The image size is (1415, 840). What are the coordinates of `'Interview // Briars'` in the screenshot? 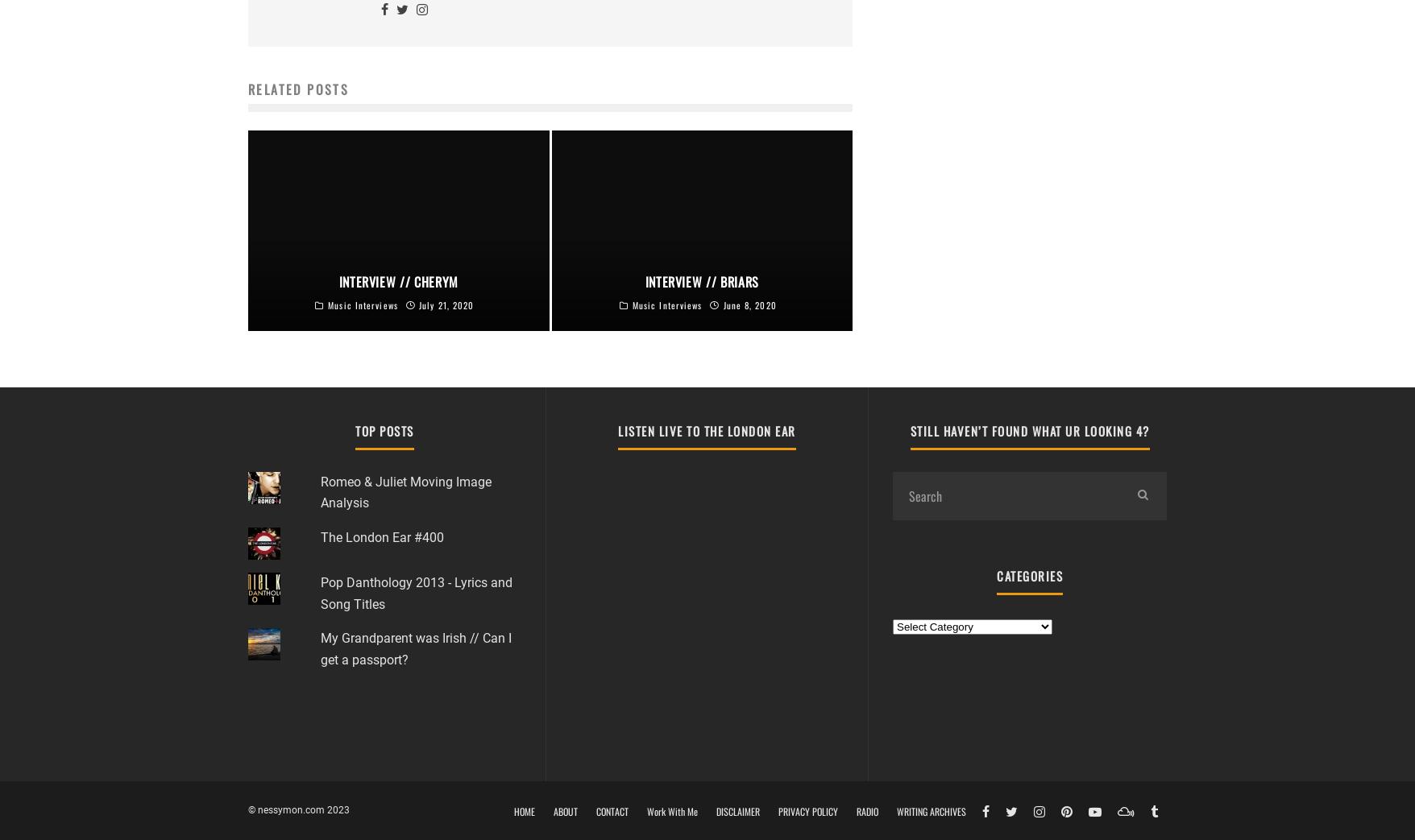 It's located at (700, 281).